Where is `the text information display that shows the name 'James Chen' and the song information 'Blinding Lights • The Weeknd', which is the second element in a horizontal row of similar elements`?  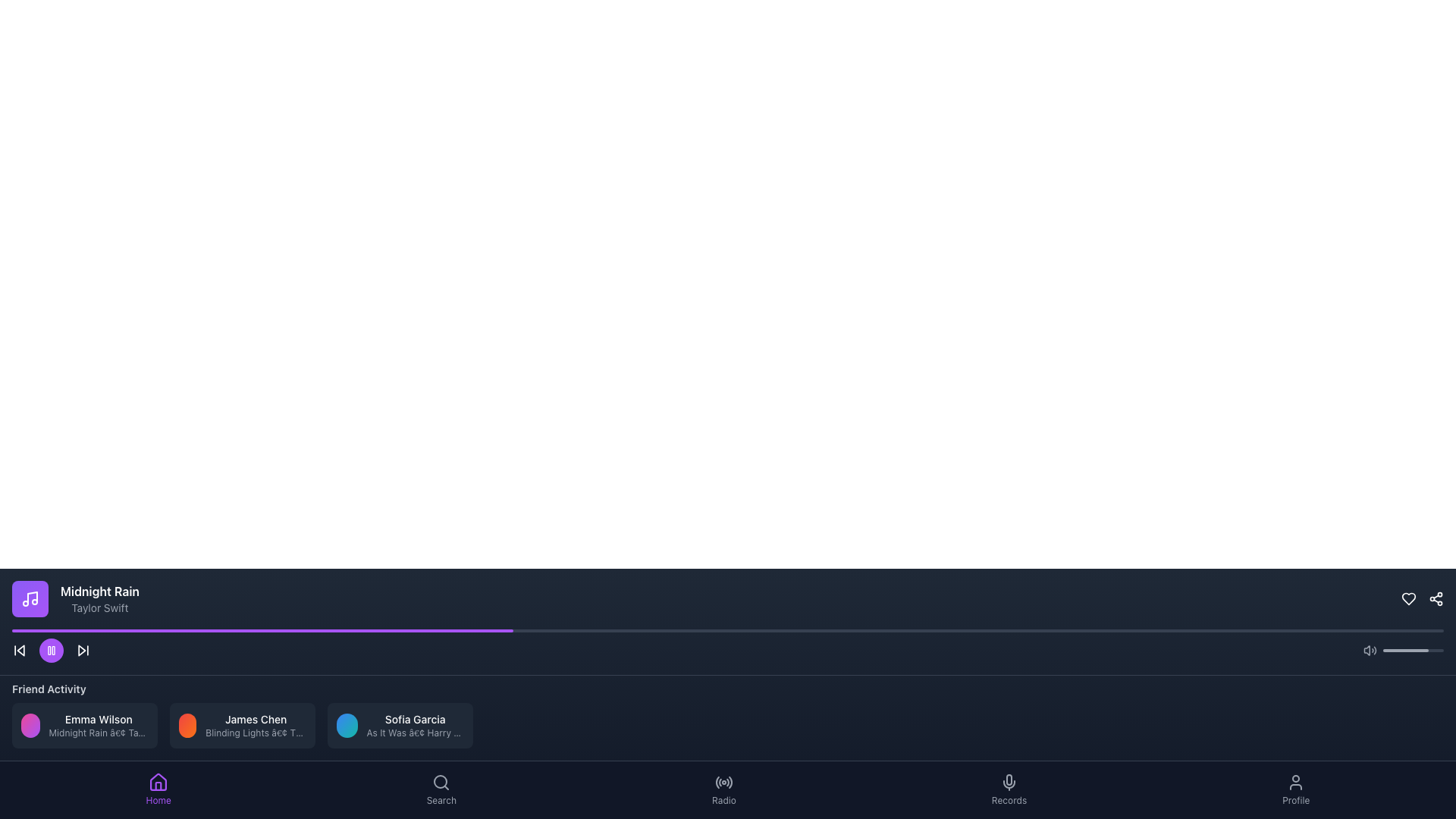
the text information display that shows the name 'James Chen' and the song information 'Blinding Lights • The Weeknd', which is the second element in a horizontal row of similar elements is located at coordinates (256, 724).